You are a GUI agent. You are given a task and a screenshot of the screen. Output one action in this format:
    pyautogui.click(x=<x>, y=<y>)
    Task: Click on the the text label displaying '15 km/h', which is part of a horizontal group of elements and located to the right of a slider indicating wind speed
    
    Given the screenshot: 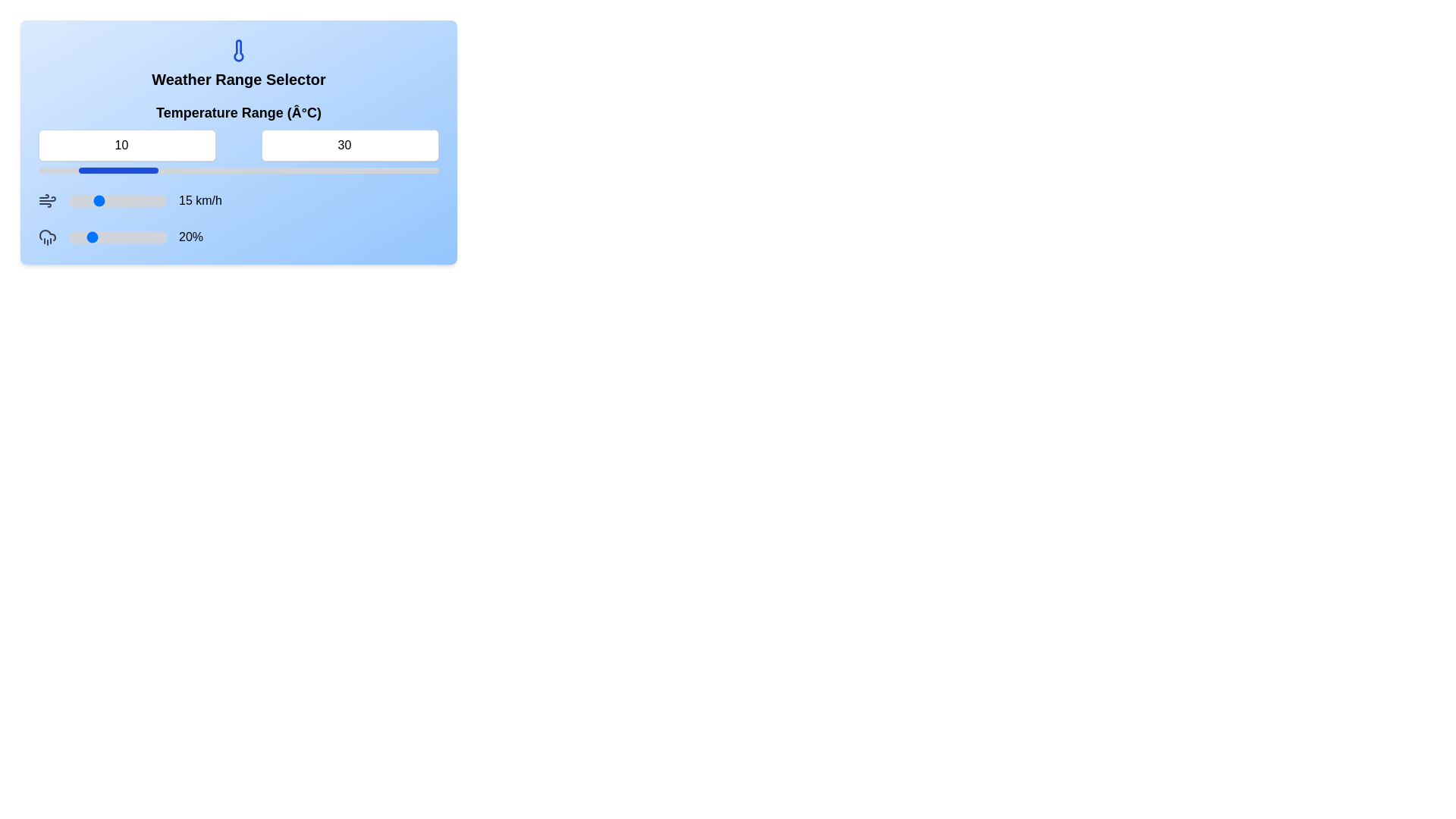 What is the action you would take?
    pyautogui.click(x=199, y=200)
    